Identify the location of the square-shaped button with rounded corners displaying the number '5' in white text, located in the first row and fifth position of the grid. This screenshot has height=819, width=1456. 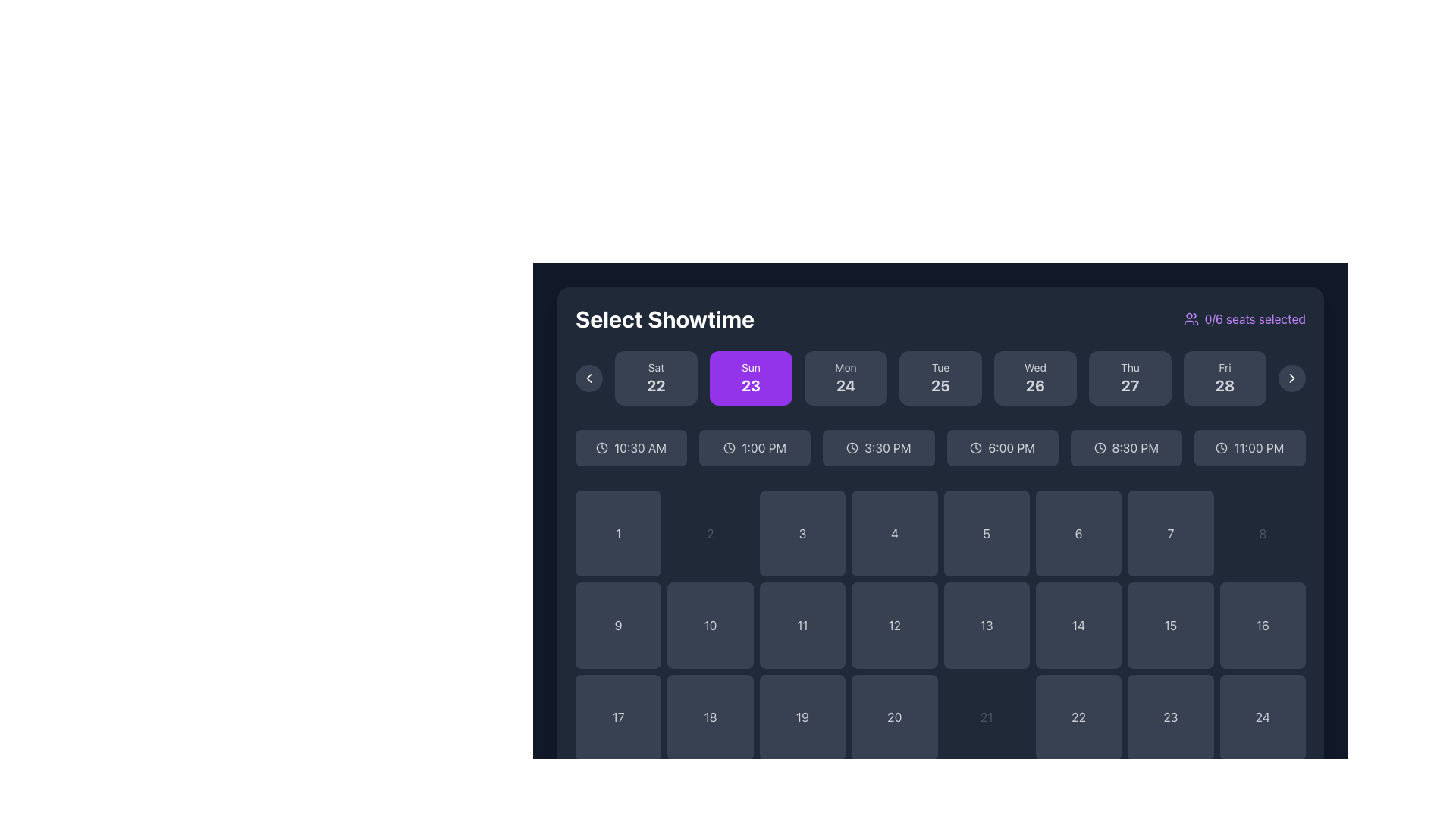
(987, 532).